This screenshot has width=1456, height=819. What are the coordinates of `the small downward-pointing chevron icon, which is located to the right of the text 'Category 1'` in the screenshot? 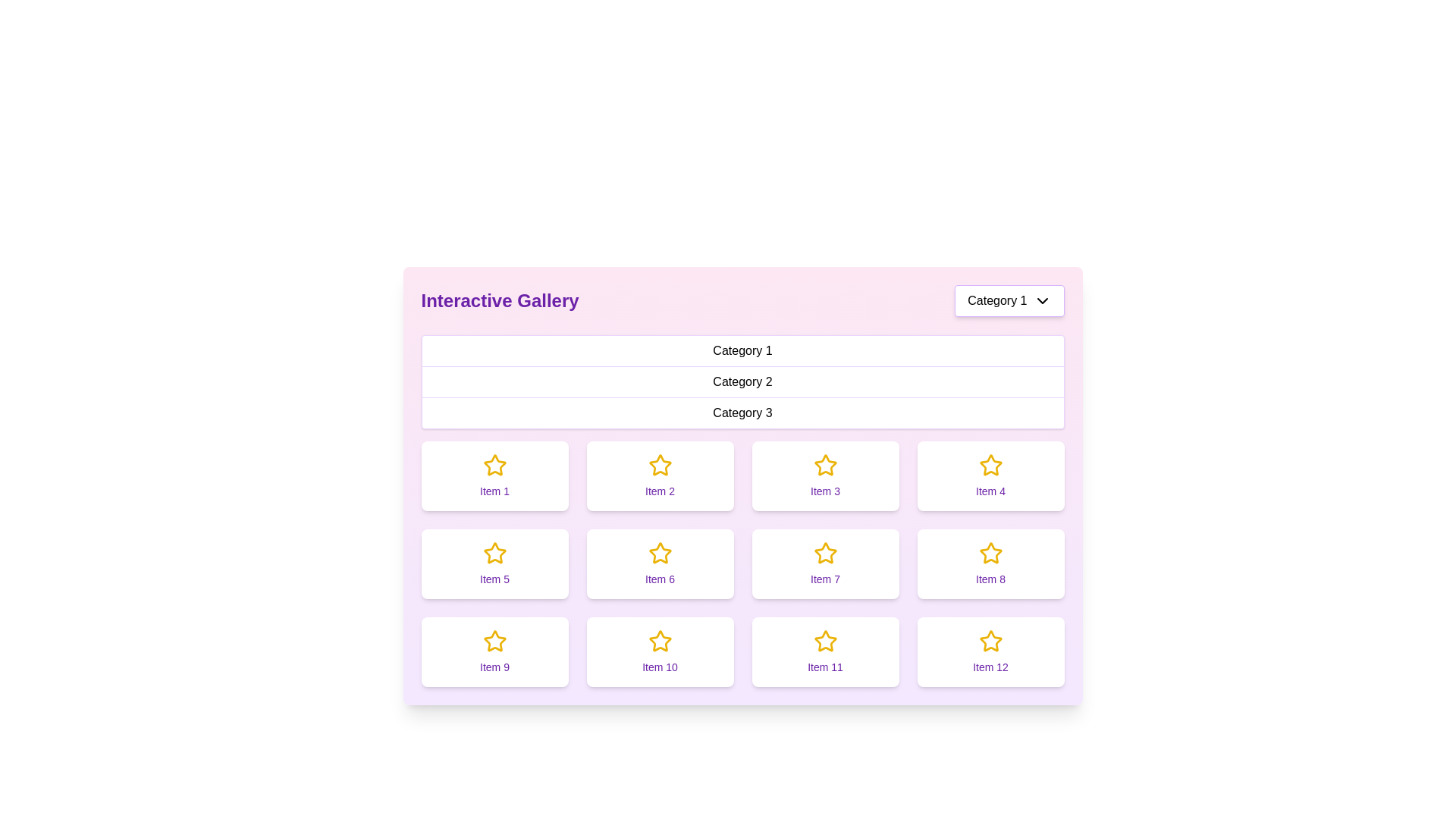 It's located at (1041, 301).